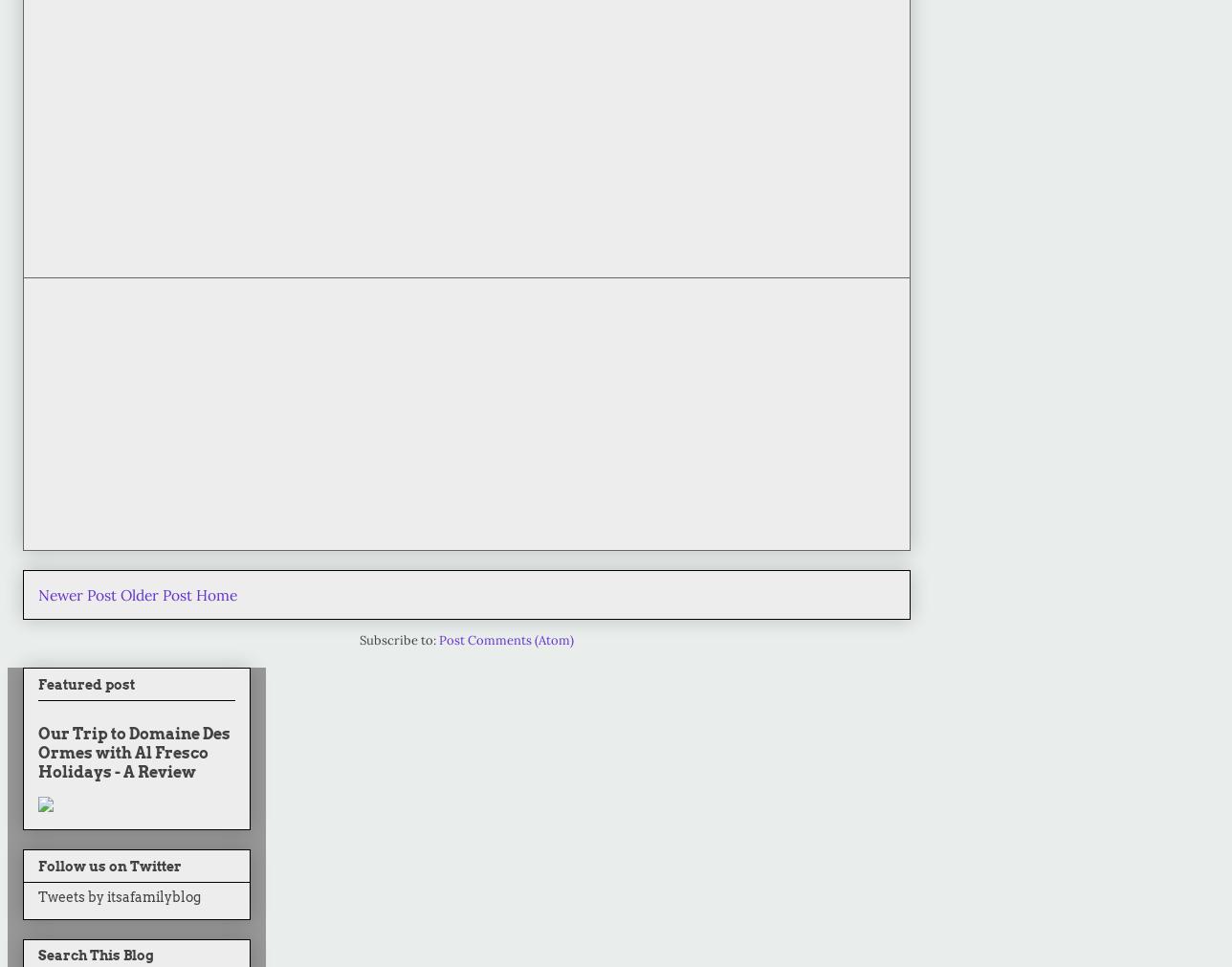 The width and height of the screenshot is (1232, 967). I want to click on 'Newer Post', so click(38, 594).